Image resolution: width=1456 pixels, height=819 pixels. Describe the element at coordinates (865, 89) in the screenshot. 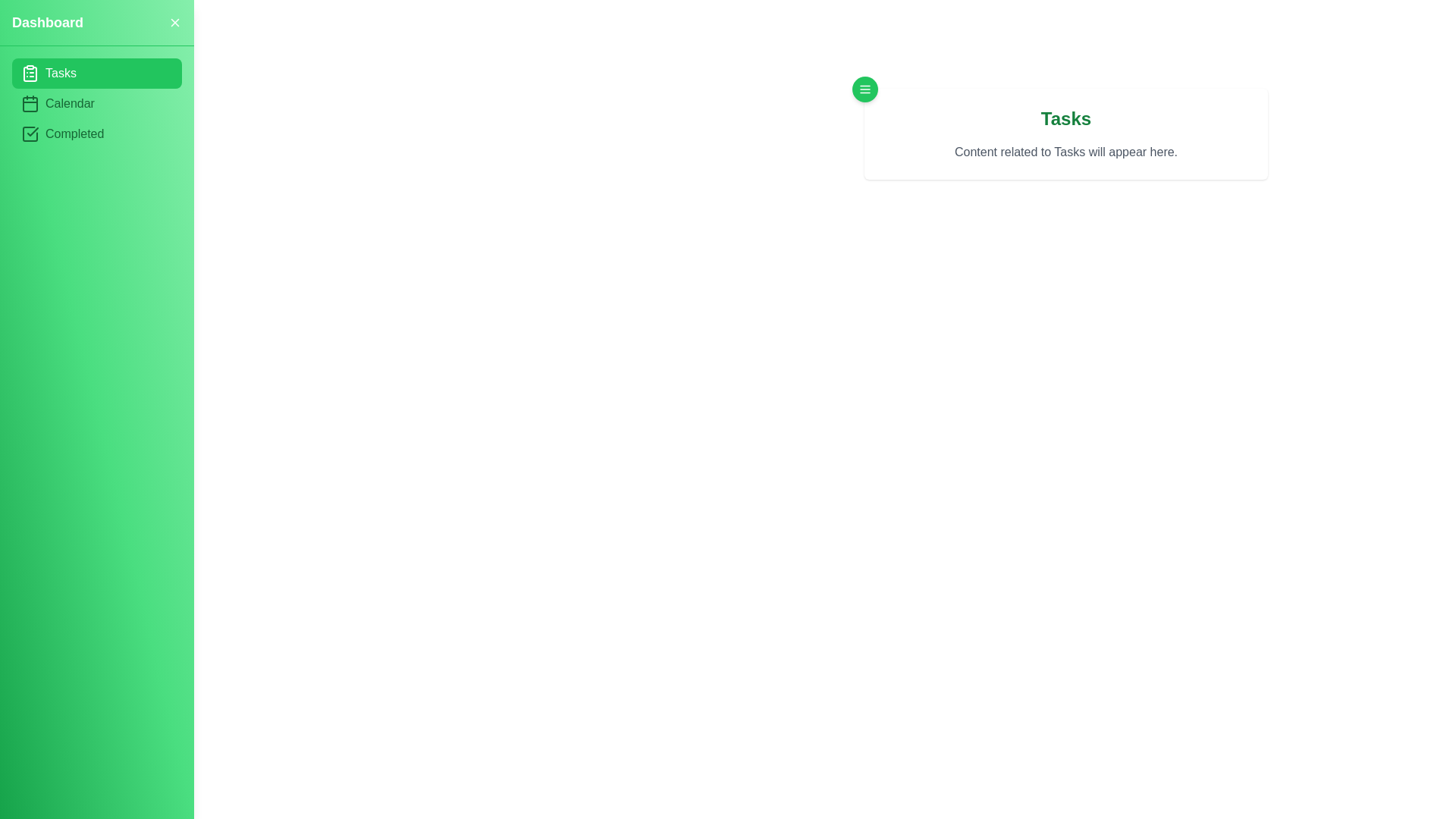

I see `the menu button located at the top-left corner of the screen to toggle the drawer menu` at that location.